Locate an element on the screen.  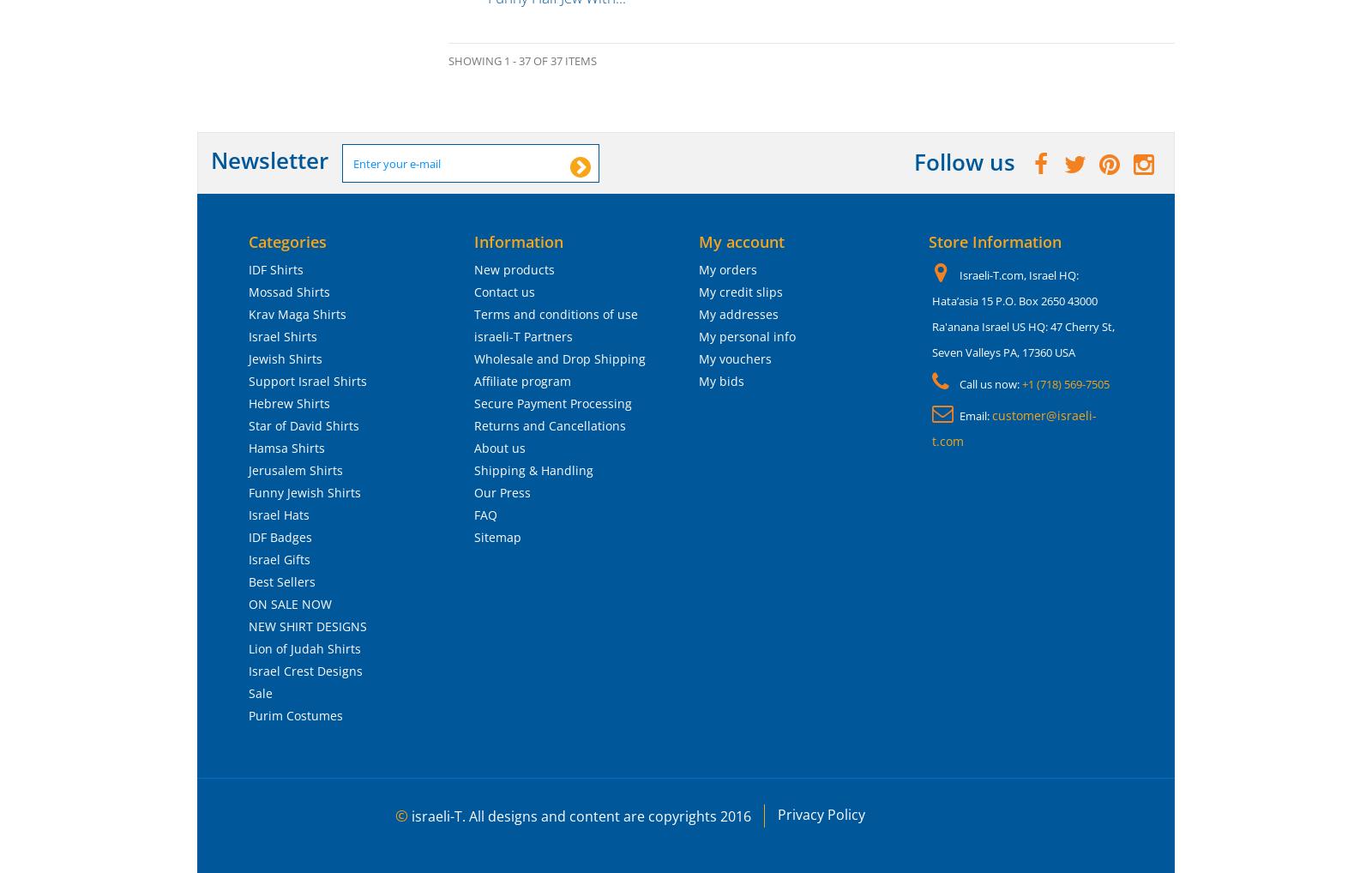
'Shipping & Handling' is located at coordinates (533, 469).